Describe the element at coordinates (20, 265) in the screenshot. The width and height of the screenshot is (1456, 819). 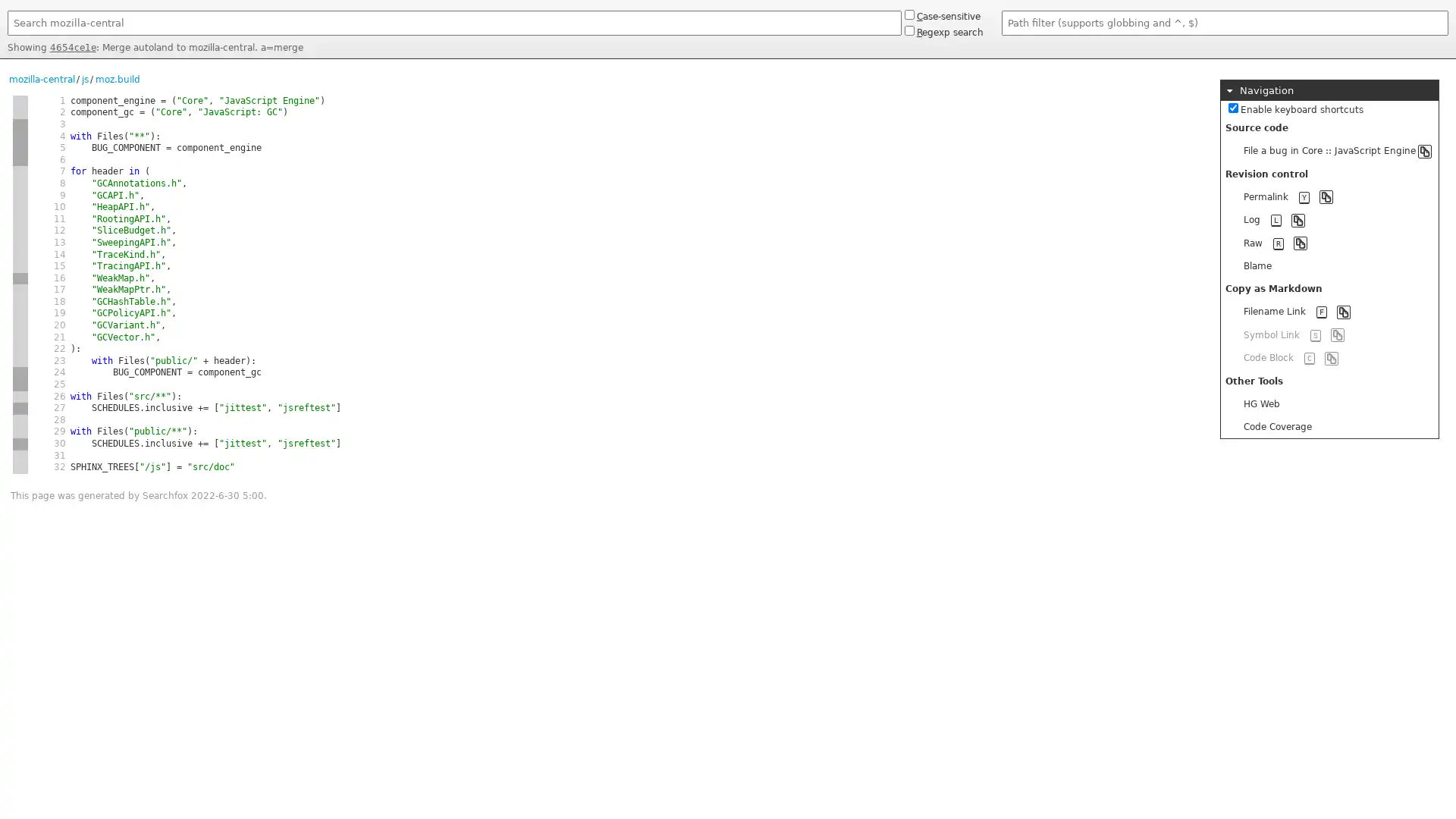
I see `same hash 1` at that location.